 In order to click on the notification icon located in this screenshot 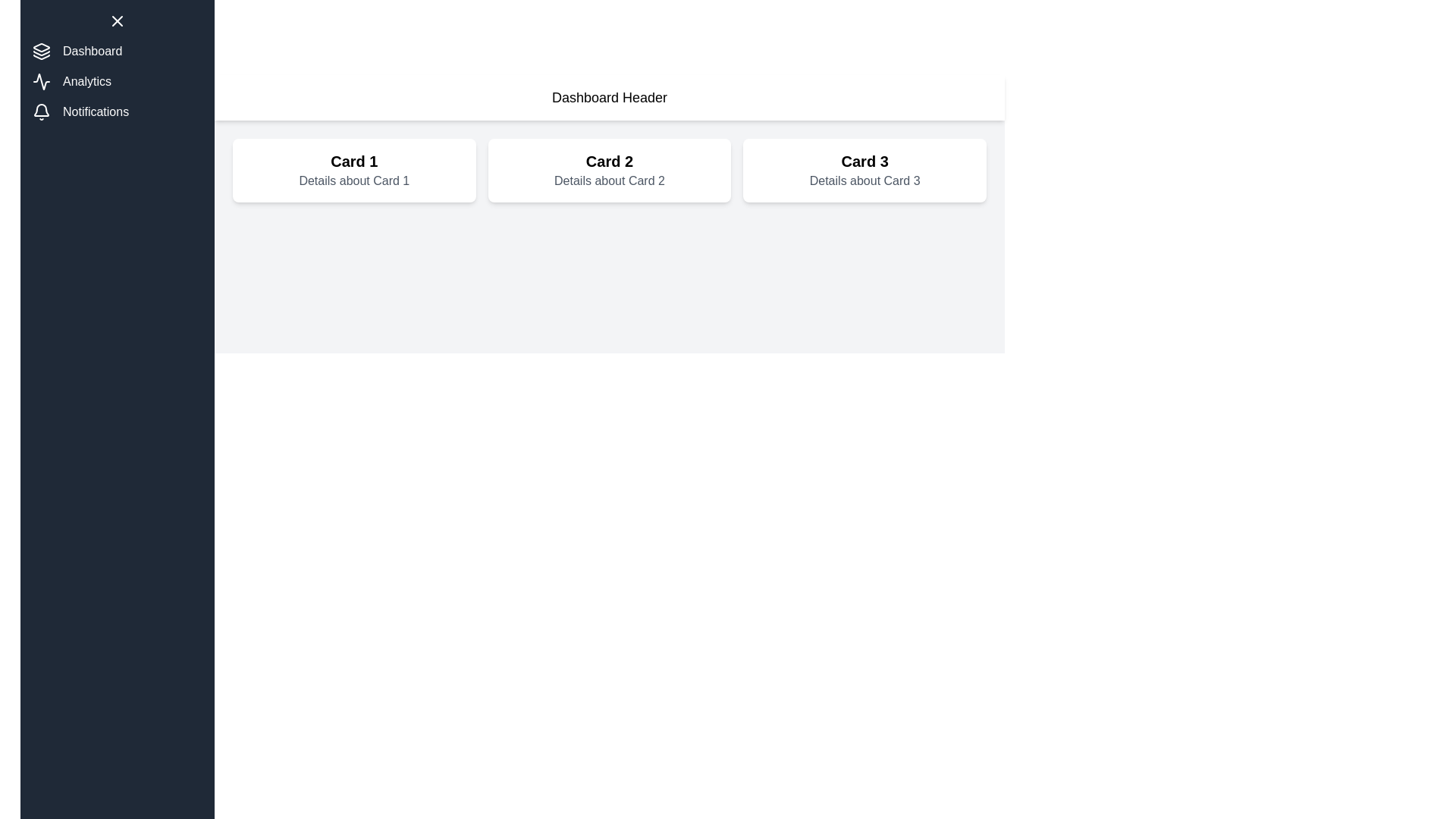, I will do `click(41, 109)`.